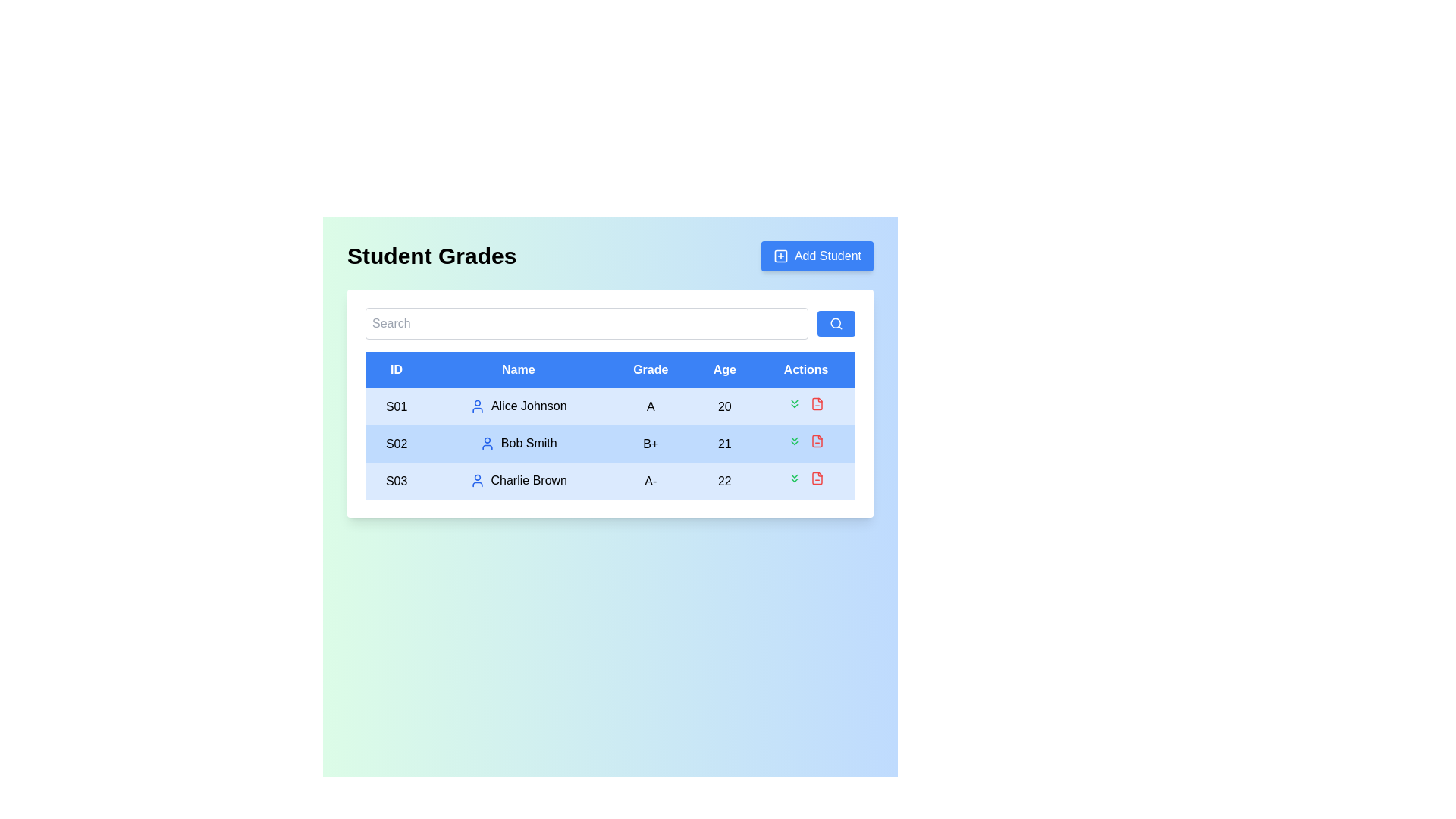 The height and width of the screenshot is (819, 1456). I want to click on the delete icon in the Actions column for the third student row (Charlie Brown), so click(817, 479).